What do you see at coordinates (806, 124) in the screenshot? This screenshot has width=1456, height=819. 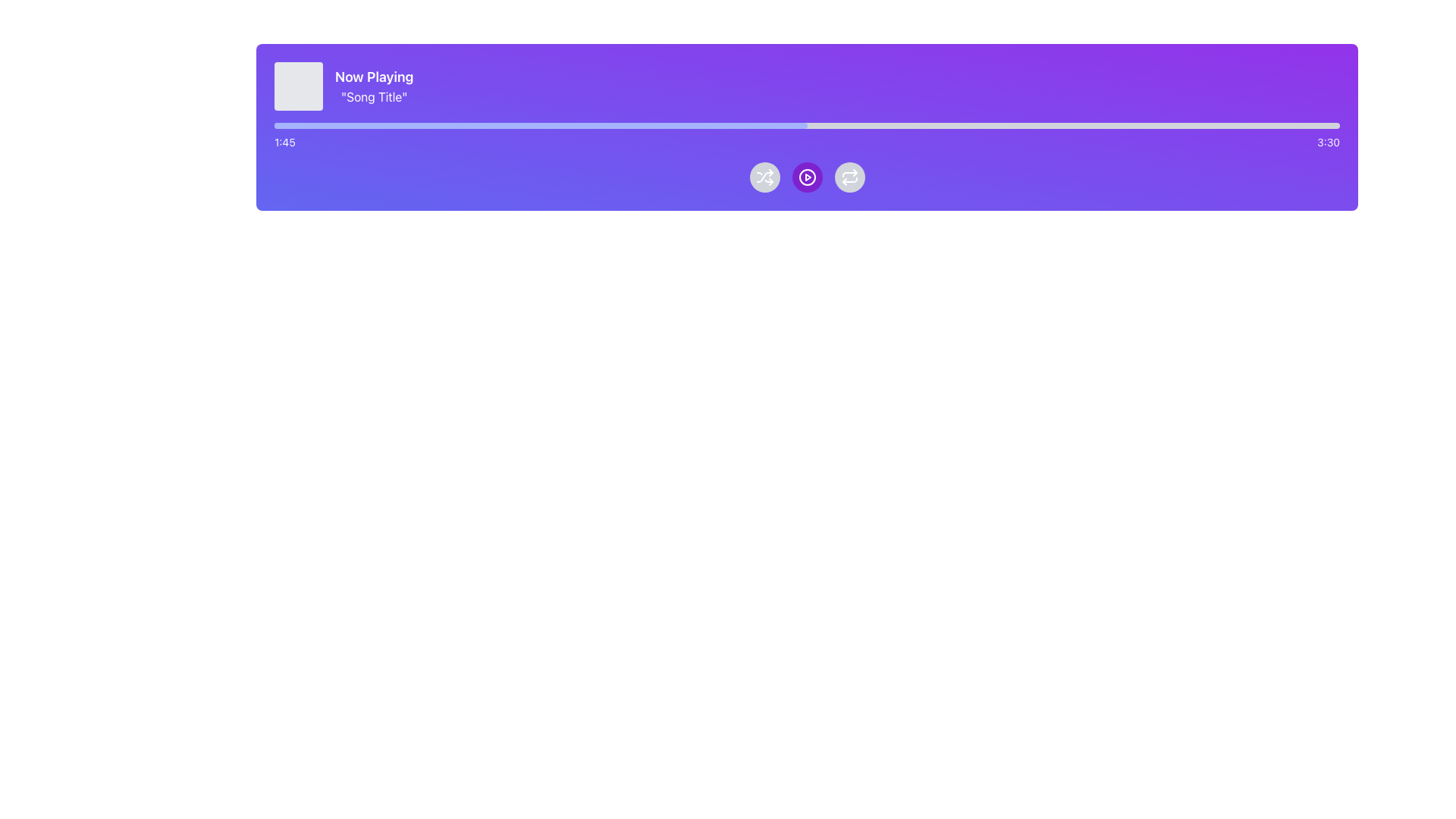 I see `the horizontal progress bar located at the top-center region of the player interface, which has a light gray background and a filled light indigo portion` at bounding box center [806, 124].